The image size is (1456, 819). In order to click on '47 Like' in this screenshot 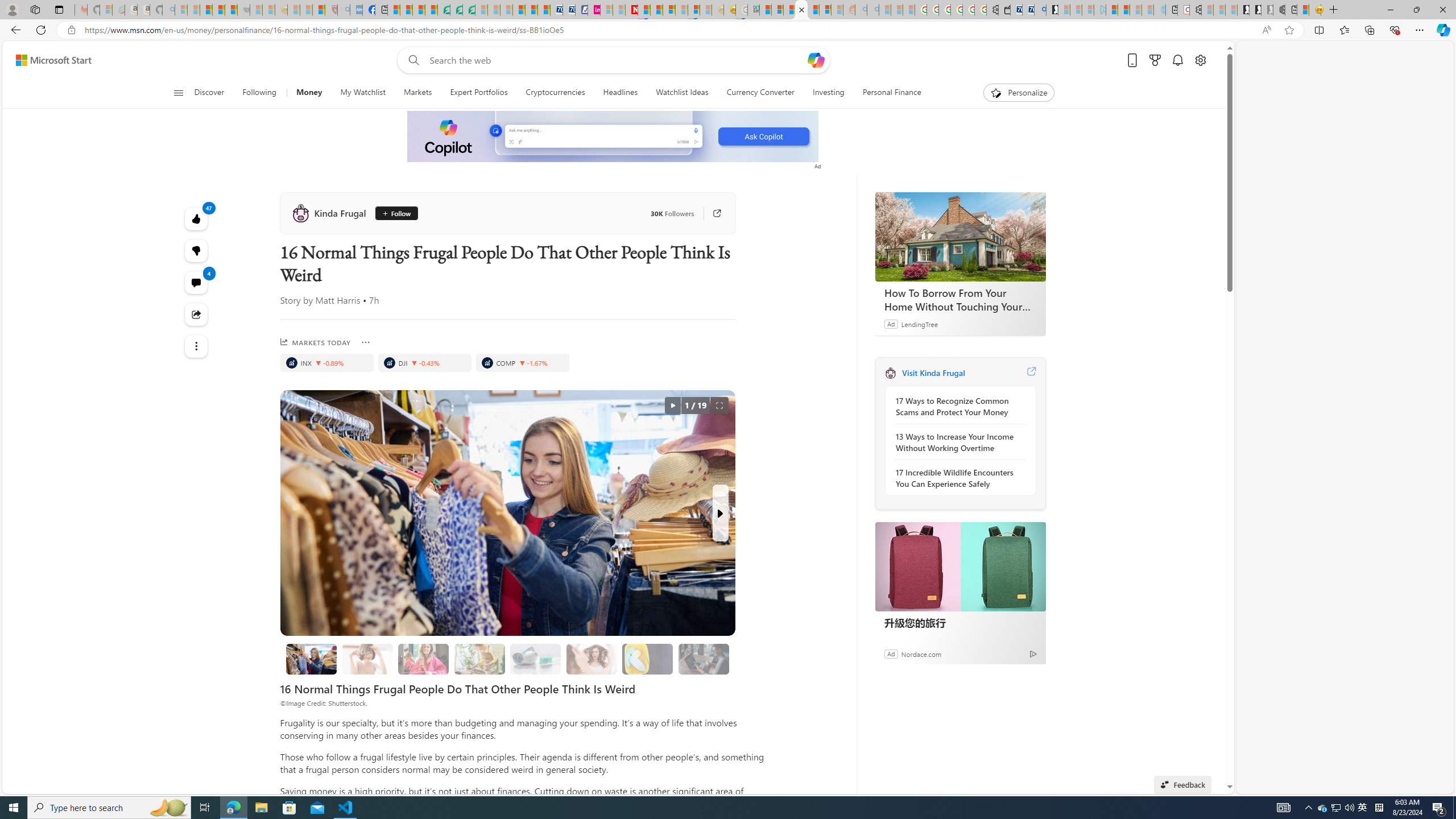, I will do `click(196, 218)`.